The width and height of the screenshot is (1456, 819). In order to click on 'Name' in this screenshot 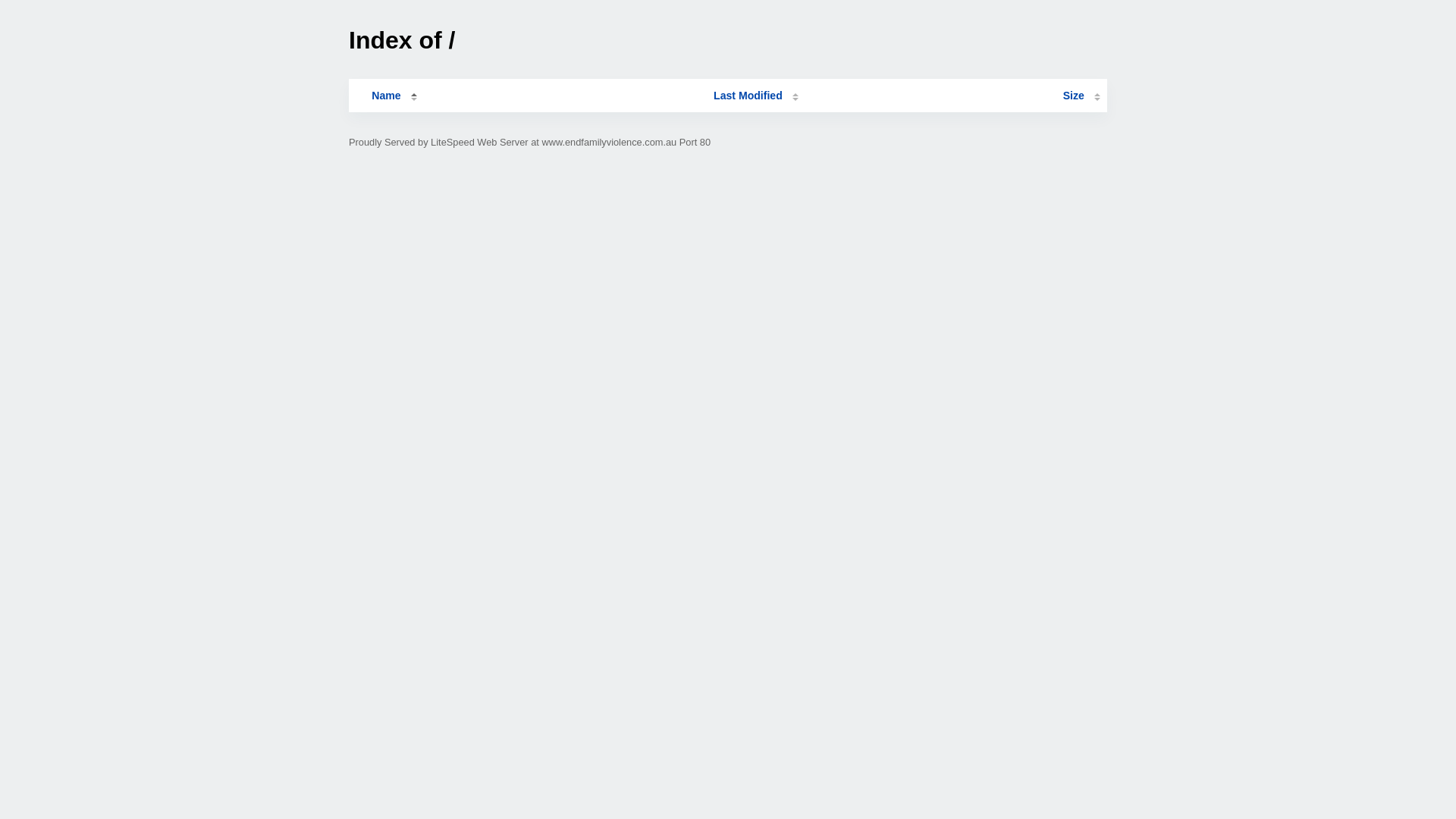, I will do `click(385, 96)`.